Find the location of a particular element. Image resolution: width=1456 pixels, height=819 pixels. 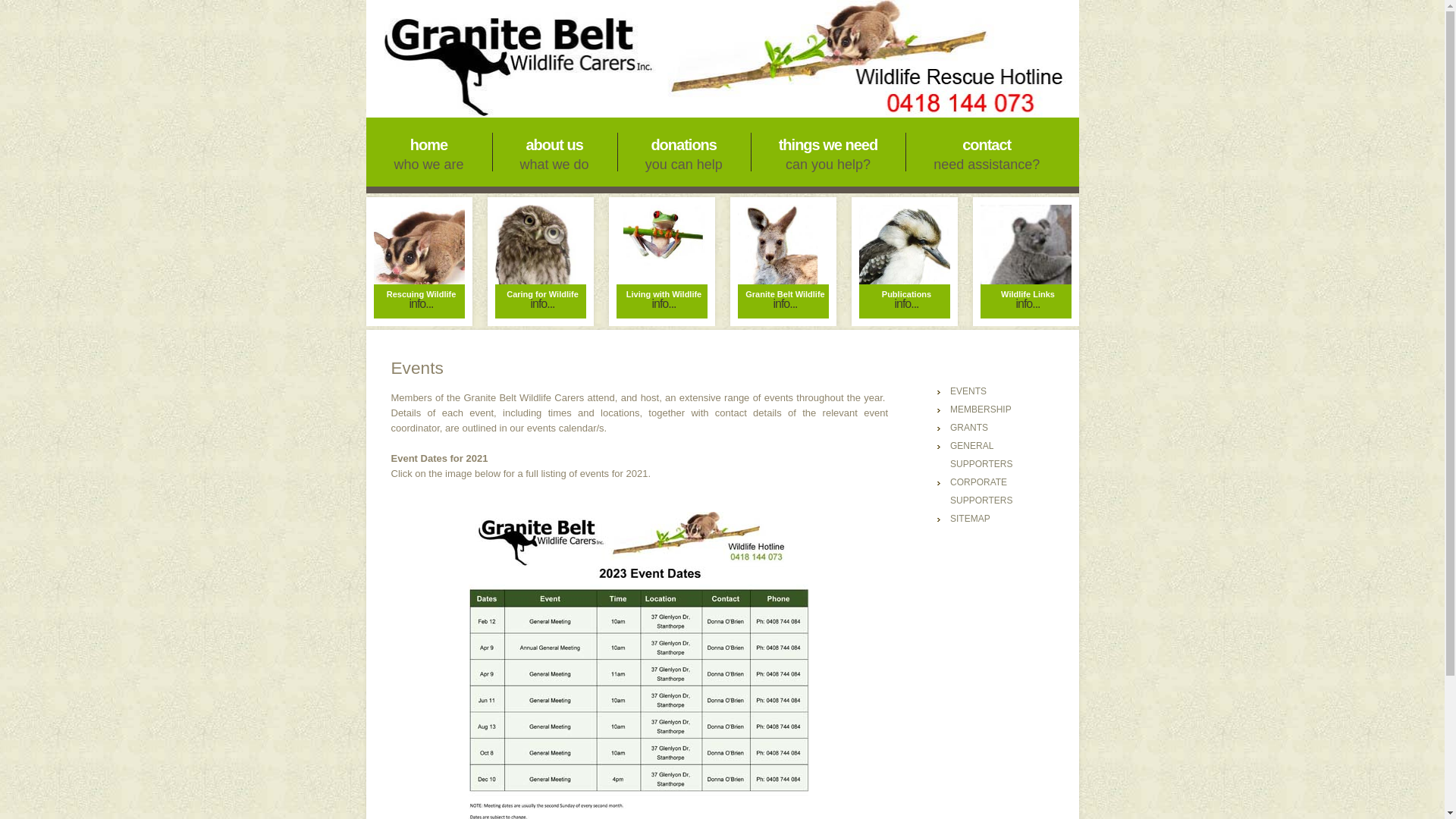

'GRANTS' is located at coordinates (968, 427).